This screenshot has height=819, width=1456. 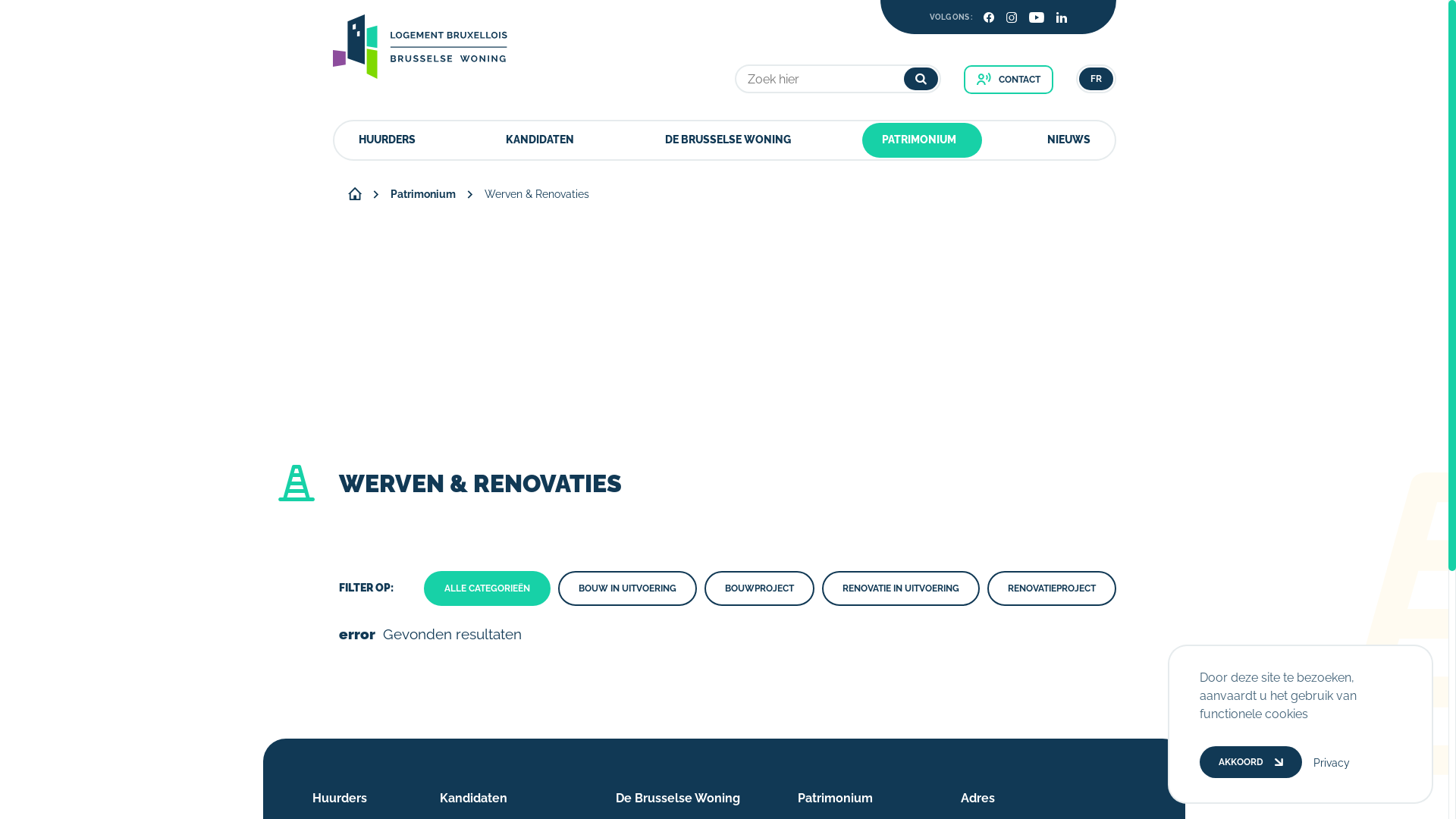 What do you see at coordinates (338, 797) in the screenshot?
I see `'Huurders'` at bounding box center [338, 797].